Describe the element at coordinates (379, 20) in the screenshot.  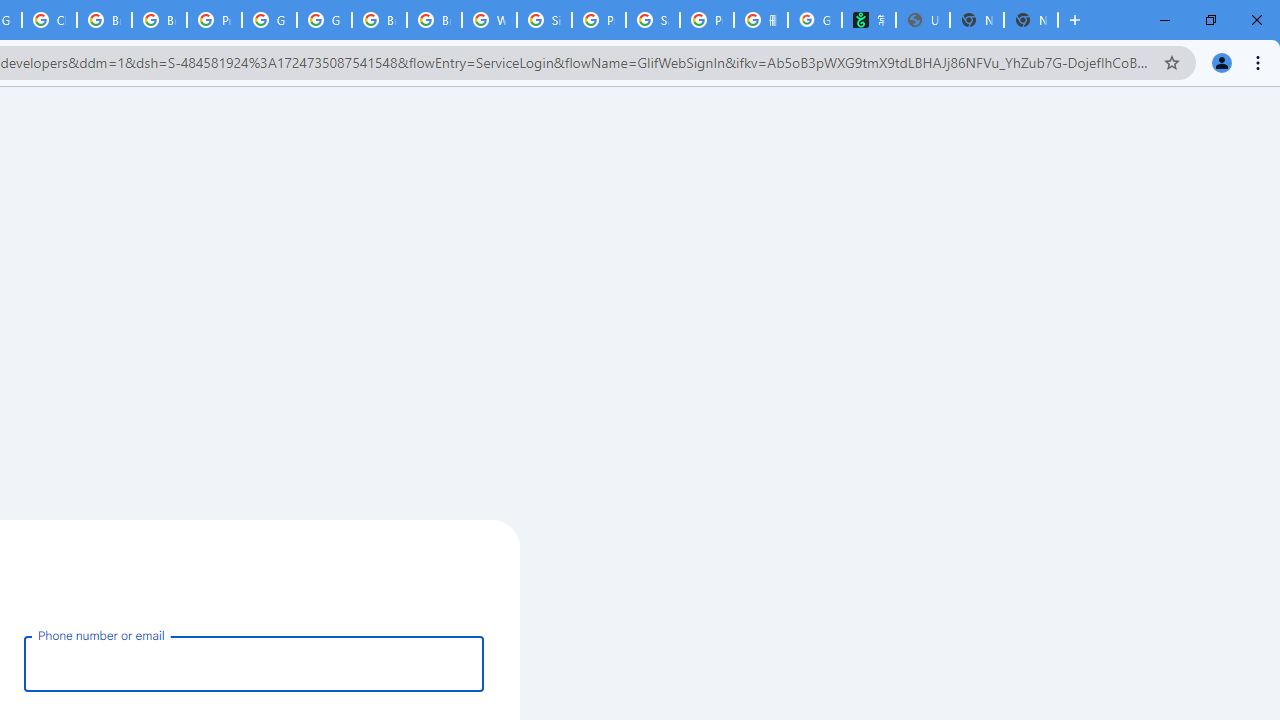
I see `'Browse Chrome as a guest - Computer - Google Chrome Help'` at that location.